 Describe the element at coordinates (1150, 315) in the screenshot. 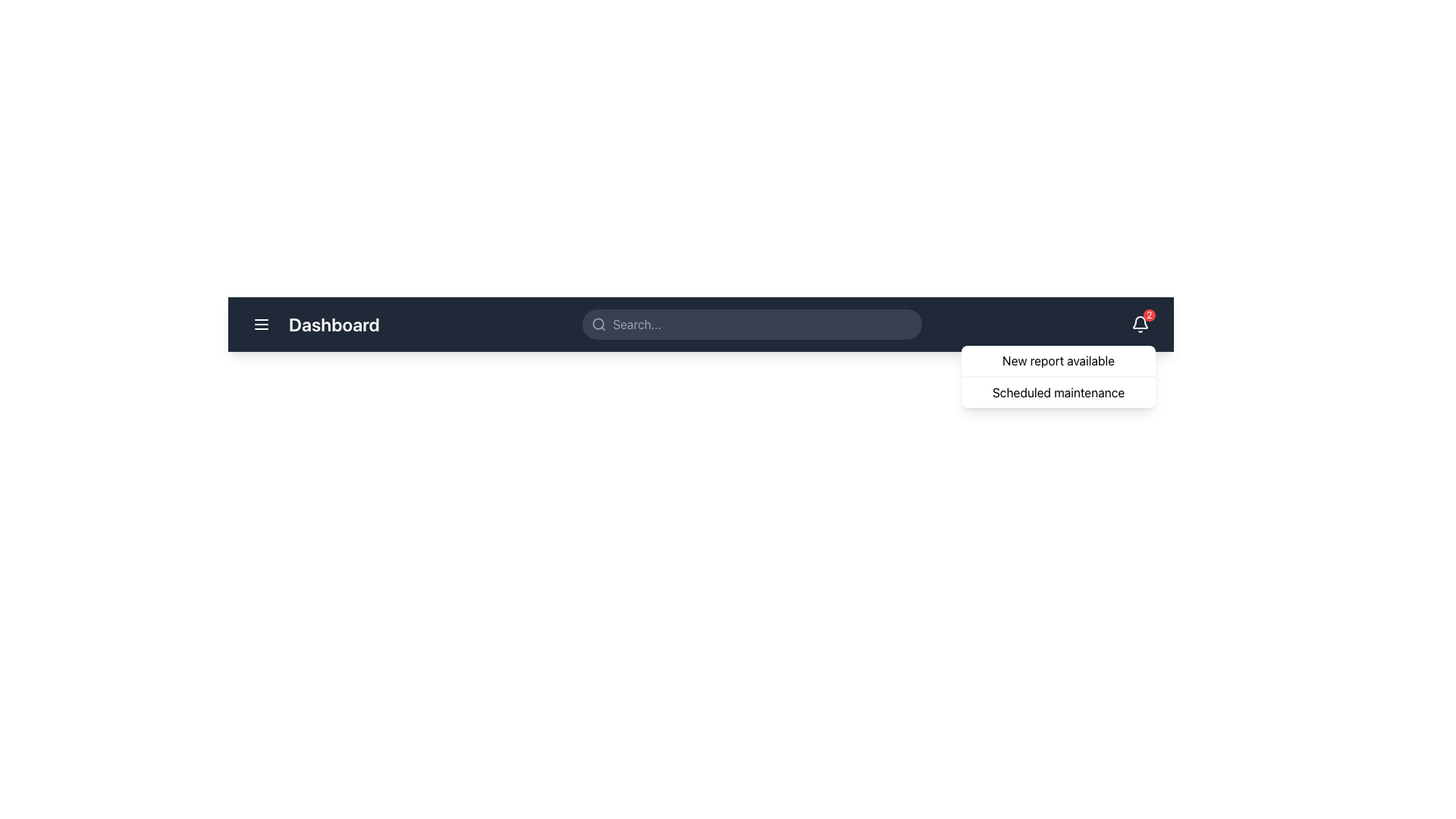

I see `the small red notification badge with the number '2' on the top-right corner of the bell icon in the navigation bar` at that location.